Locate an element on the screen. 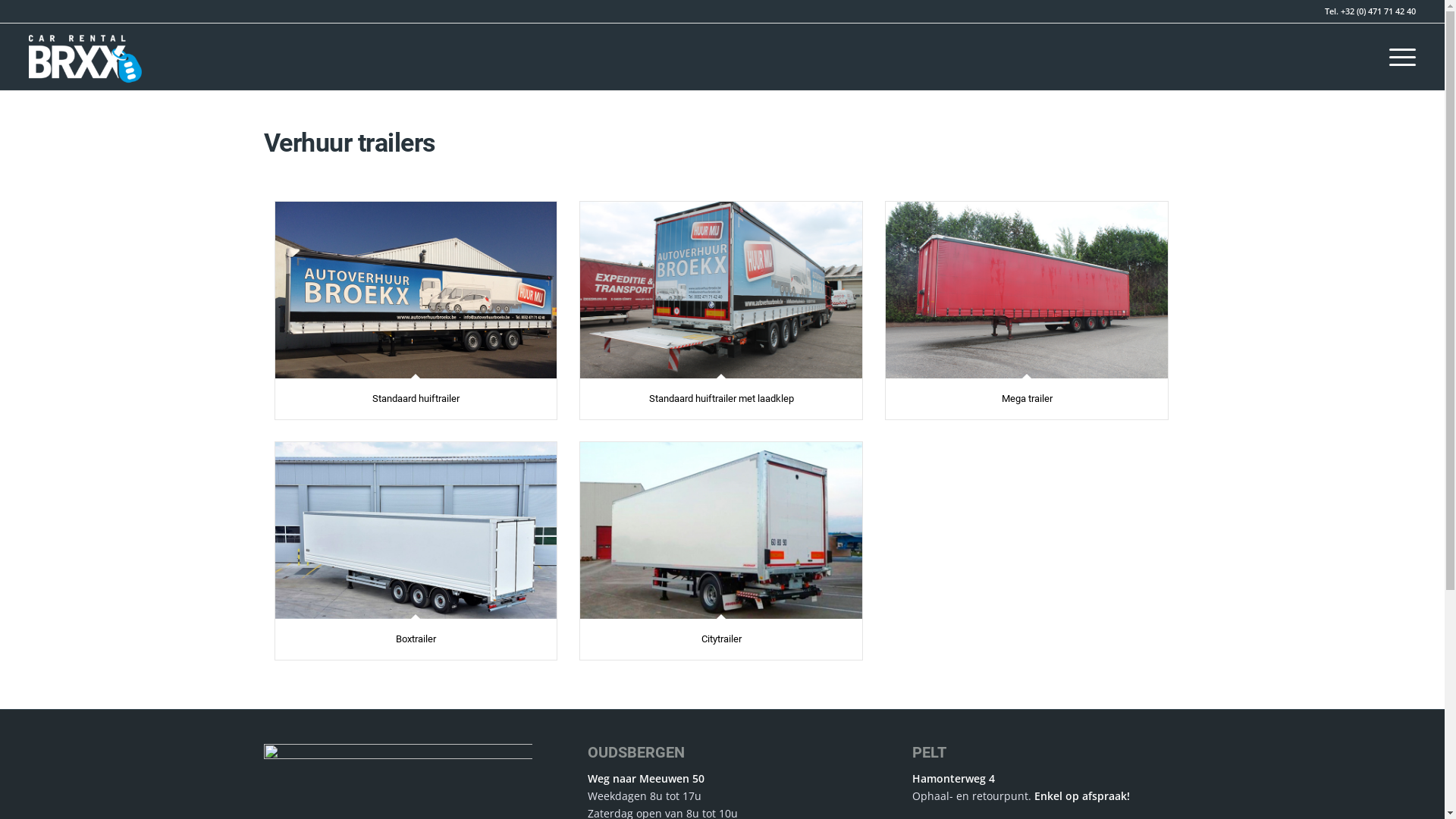 This screenshot has height=819, width=1456. 'Standaard huiftrailer met laadklep' is located at coordinates (720, 289).